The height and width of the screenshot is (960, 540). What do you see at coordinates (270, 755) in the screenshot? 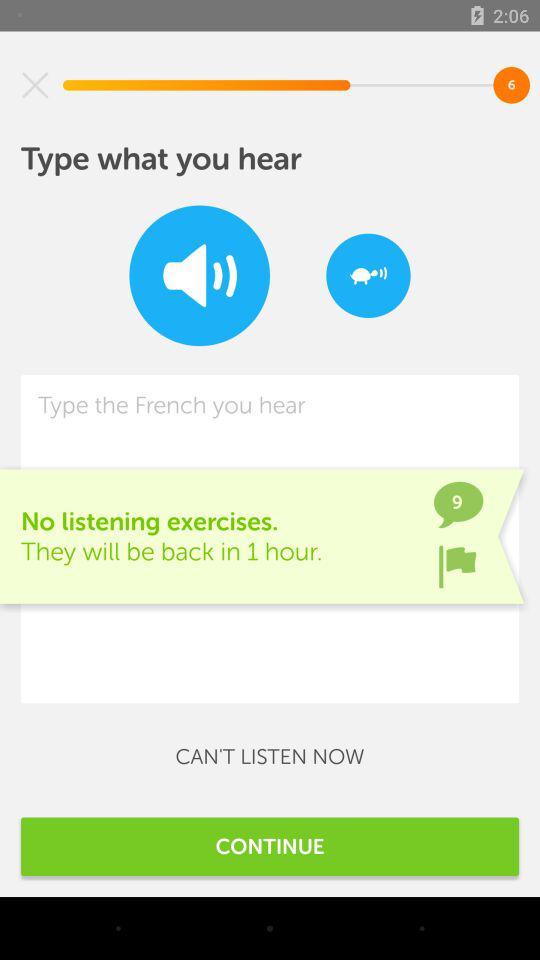
I see `the can t listen` at bounding box center [270, 755].